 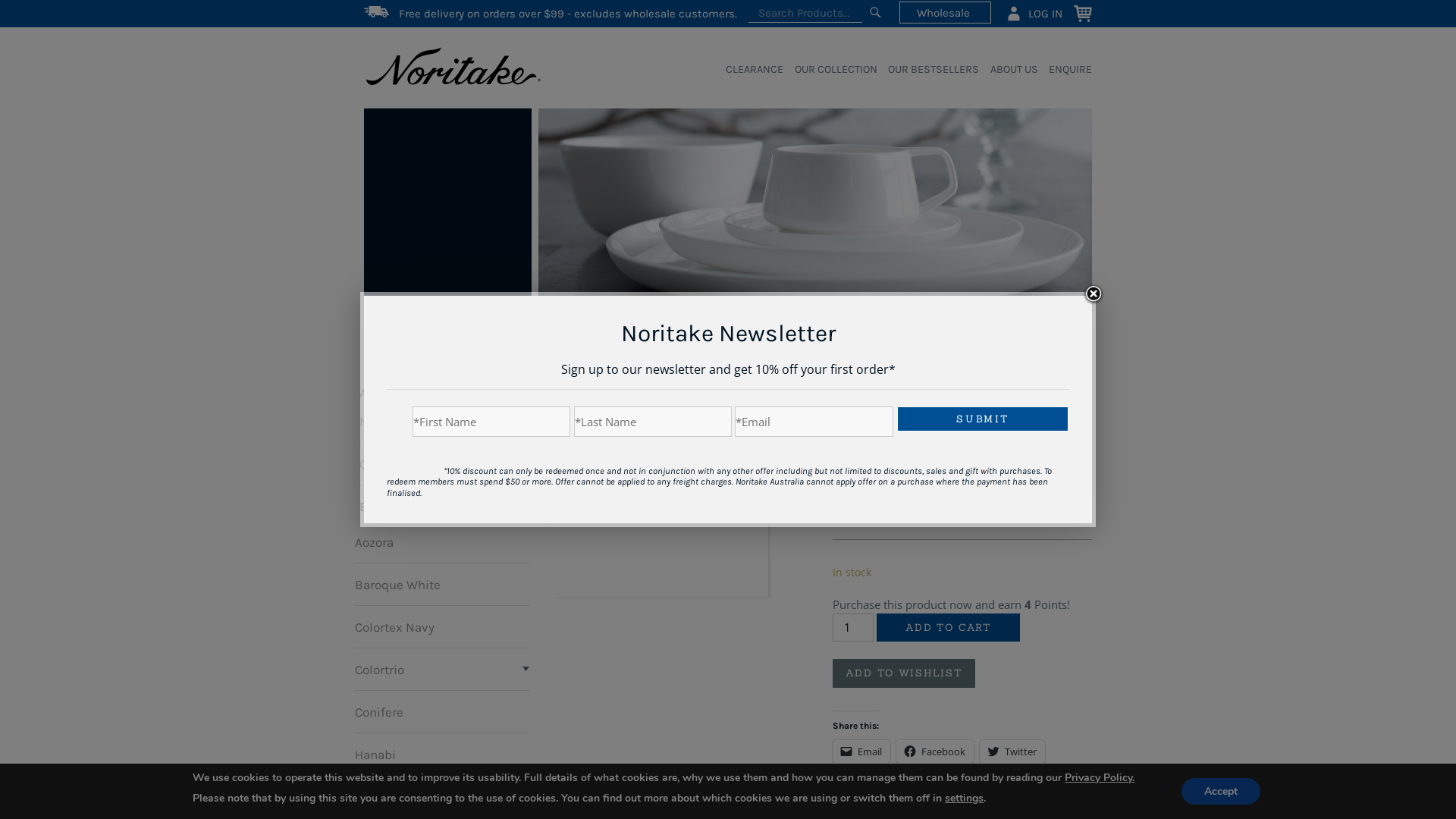 What do you see at coordinates (394, 795) in the screenshot?
I see `'Le Restaurant'` at bounding box center [394, 795].